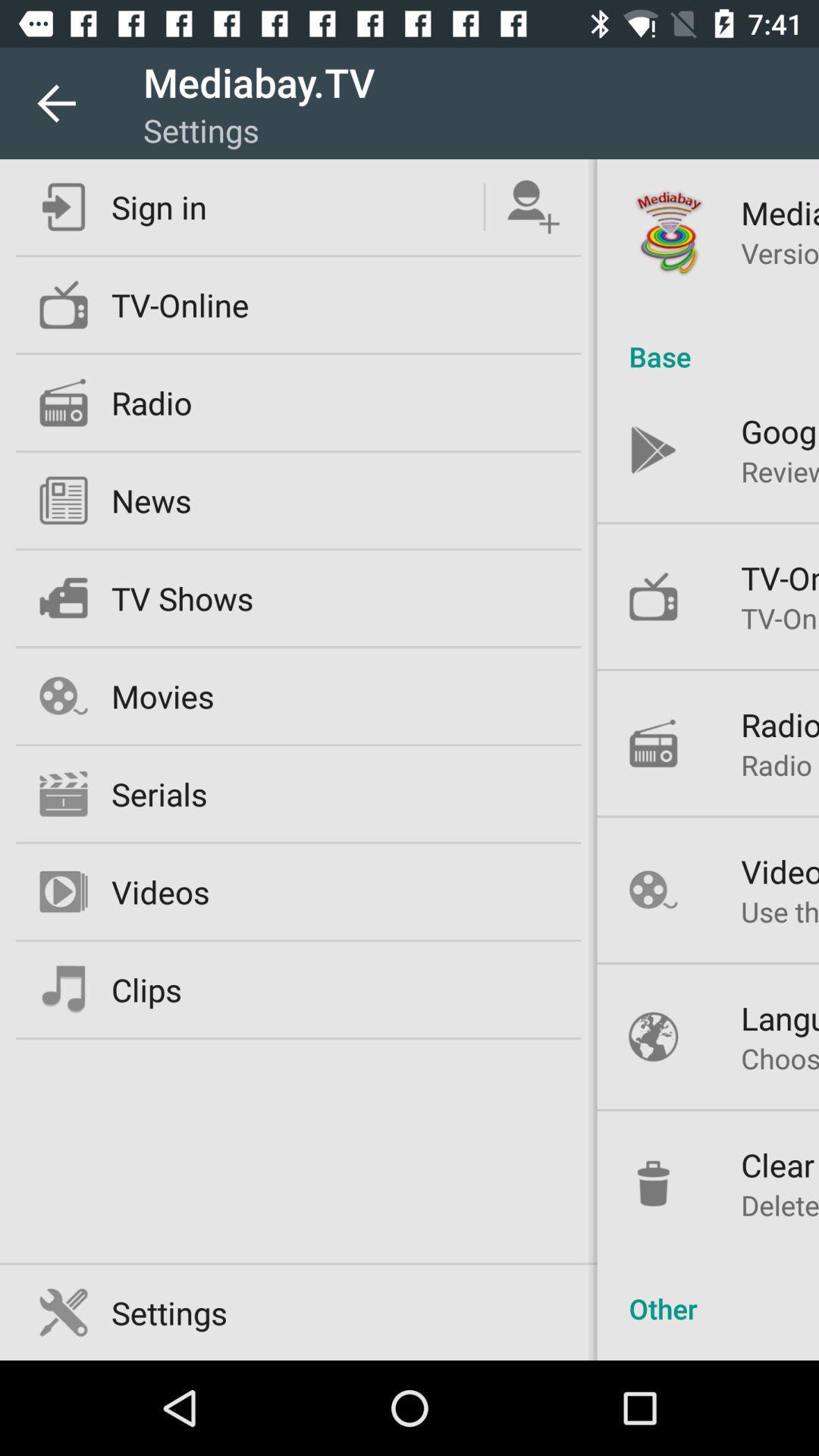  What do you see at coordinates (780, 253) in the screenshot?
I see `the version 1 2 icon` at bounding box center [780, 253].